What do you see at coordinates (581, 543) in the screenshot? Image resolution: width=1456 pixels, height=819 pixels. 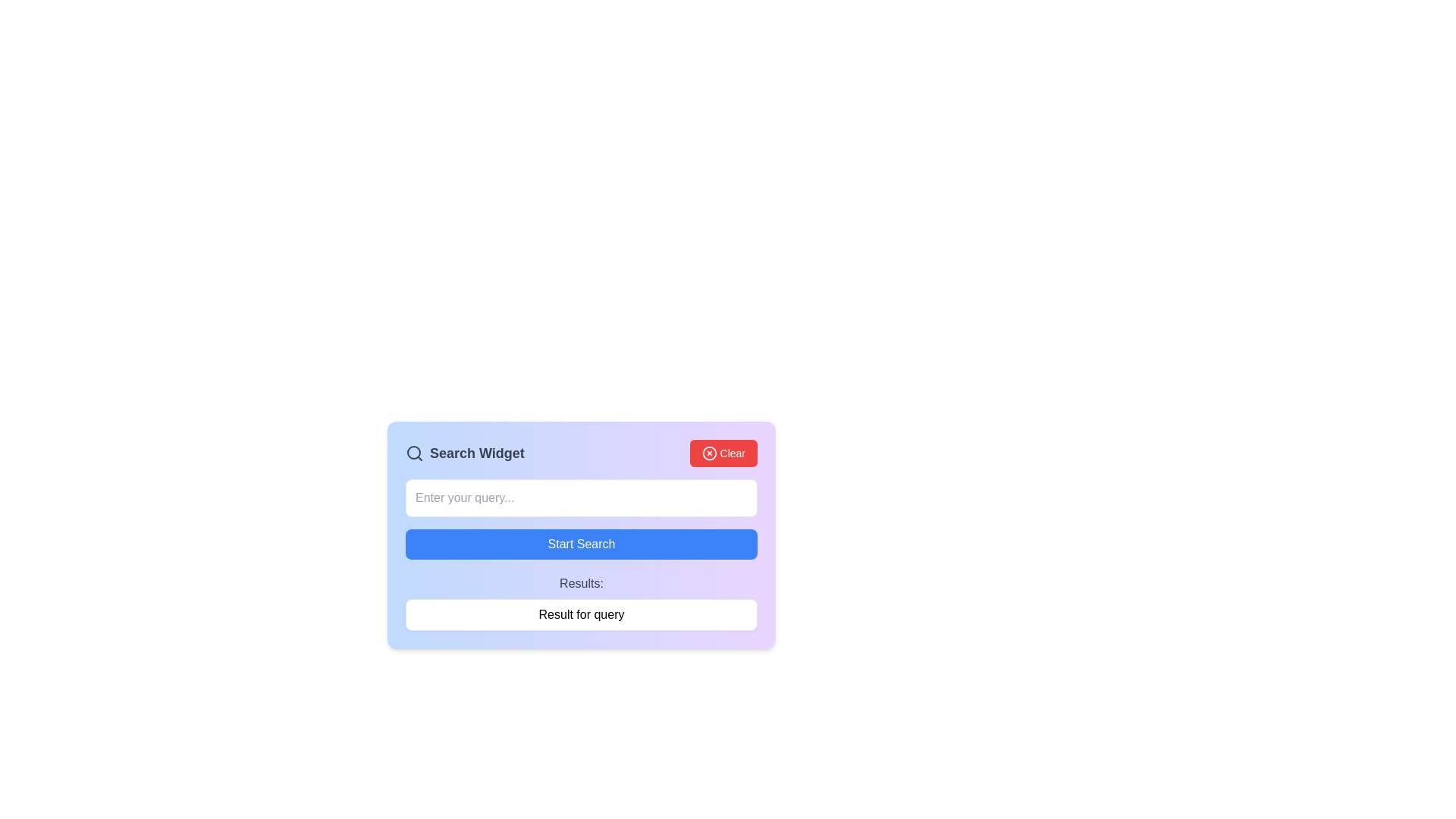 I see `the 'Start Search' button, which is a rectangular button with rounded corners, a solid blue background, and white text, located below the 'Enter your query...' input field in the search widget interface` at bounding box center [581, 543].